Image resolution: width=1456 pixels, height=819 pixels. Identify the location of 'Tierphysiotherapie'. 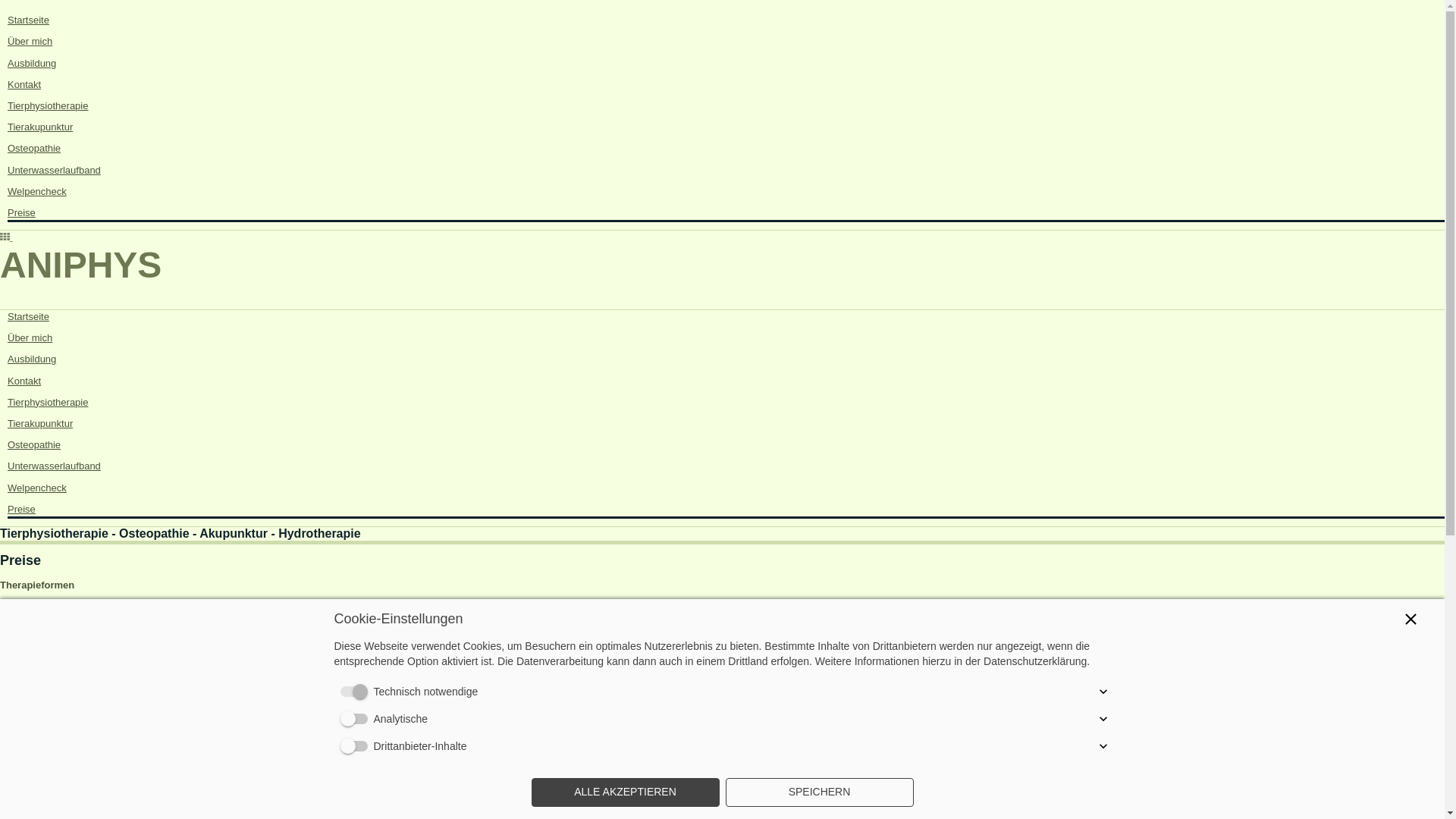
(47, 105).